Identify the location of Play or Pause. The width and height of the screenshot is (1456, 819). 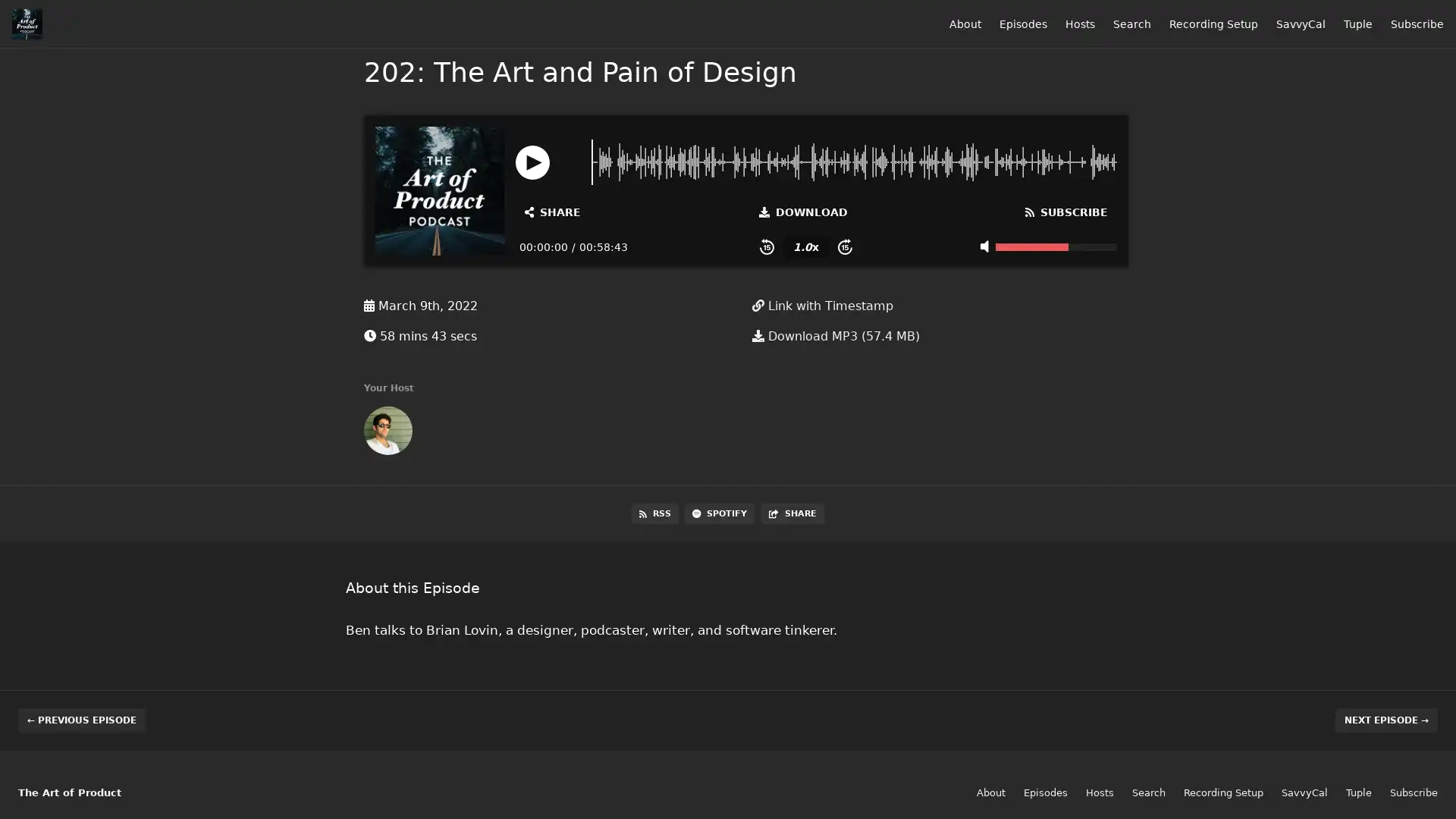
(532, 162).